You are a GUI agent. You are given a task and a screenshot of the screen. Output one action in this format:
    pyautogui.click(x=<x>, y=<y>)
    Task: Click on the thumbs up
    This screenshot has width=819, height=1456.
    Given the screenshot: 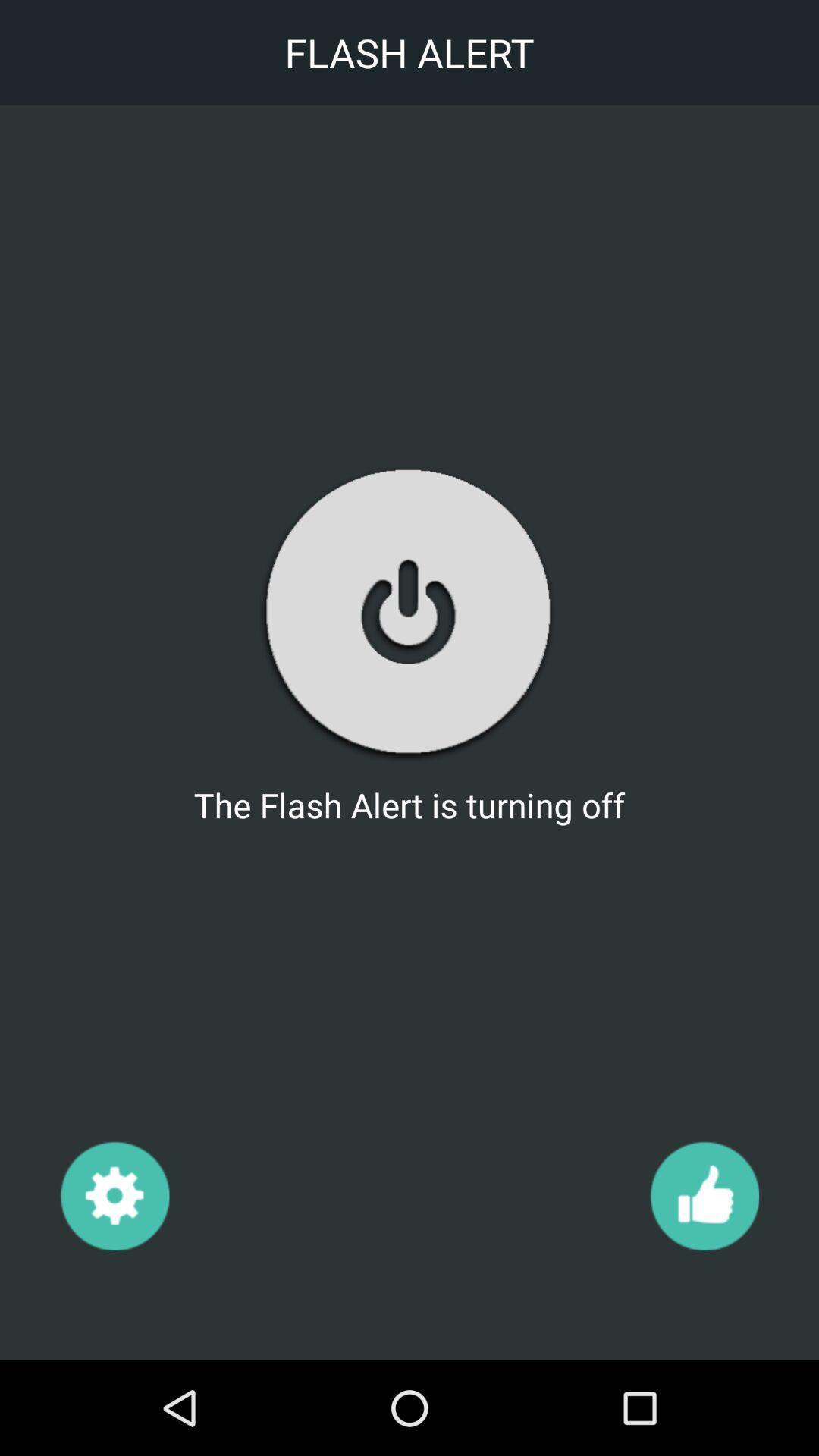 What is the action you would take?
    pyautogui.click(x=704, y=1194)
    